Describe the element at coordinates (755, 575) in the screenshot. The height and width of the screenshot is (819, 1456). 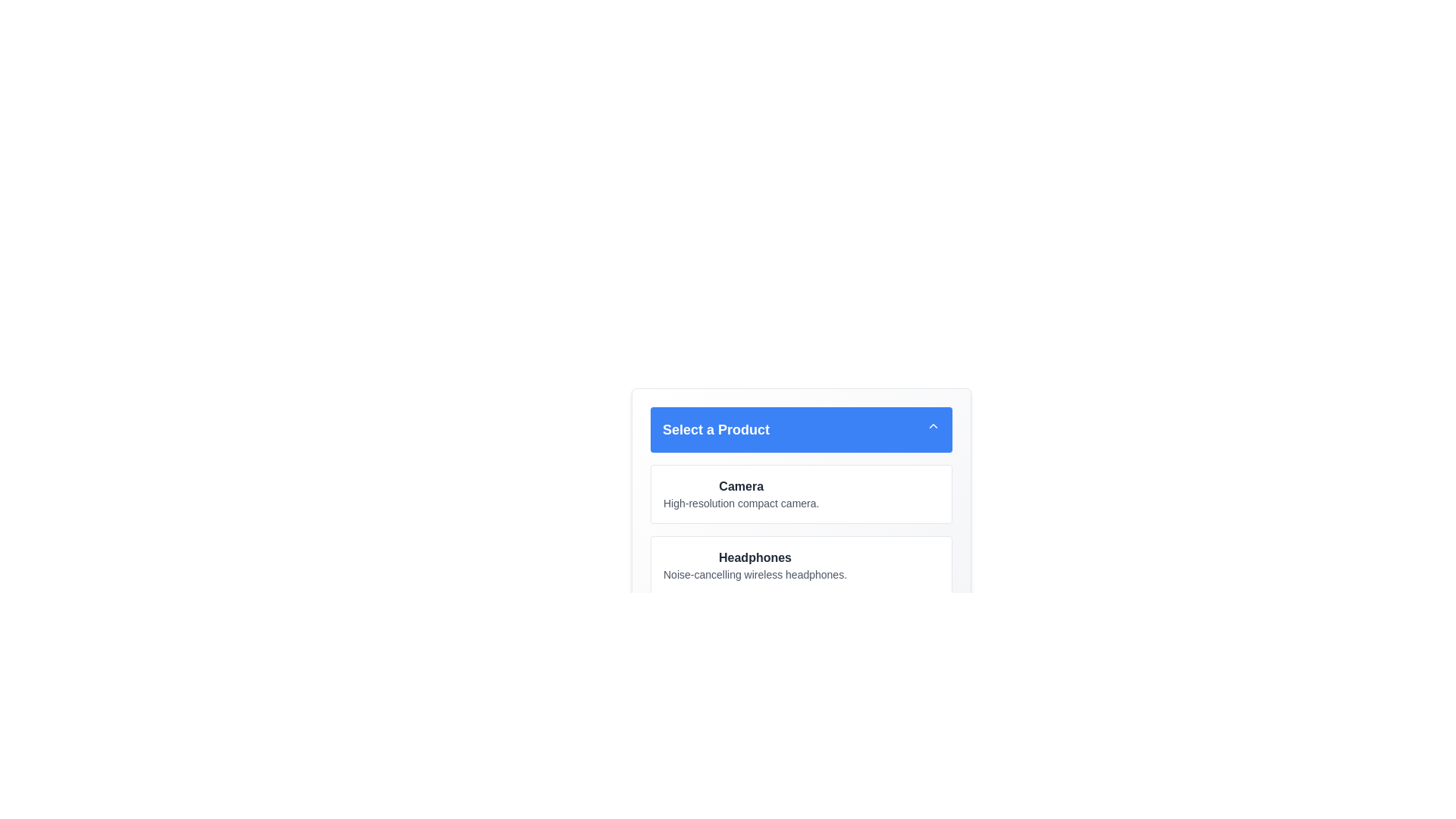
I see `description text for the product 'Headphones' located under the 'Select a Product' section` at that location.